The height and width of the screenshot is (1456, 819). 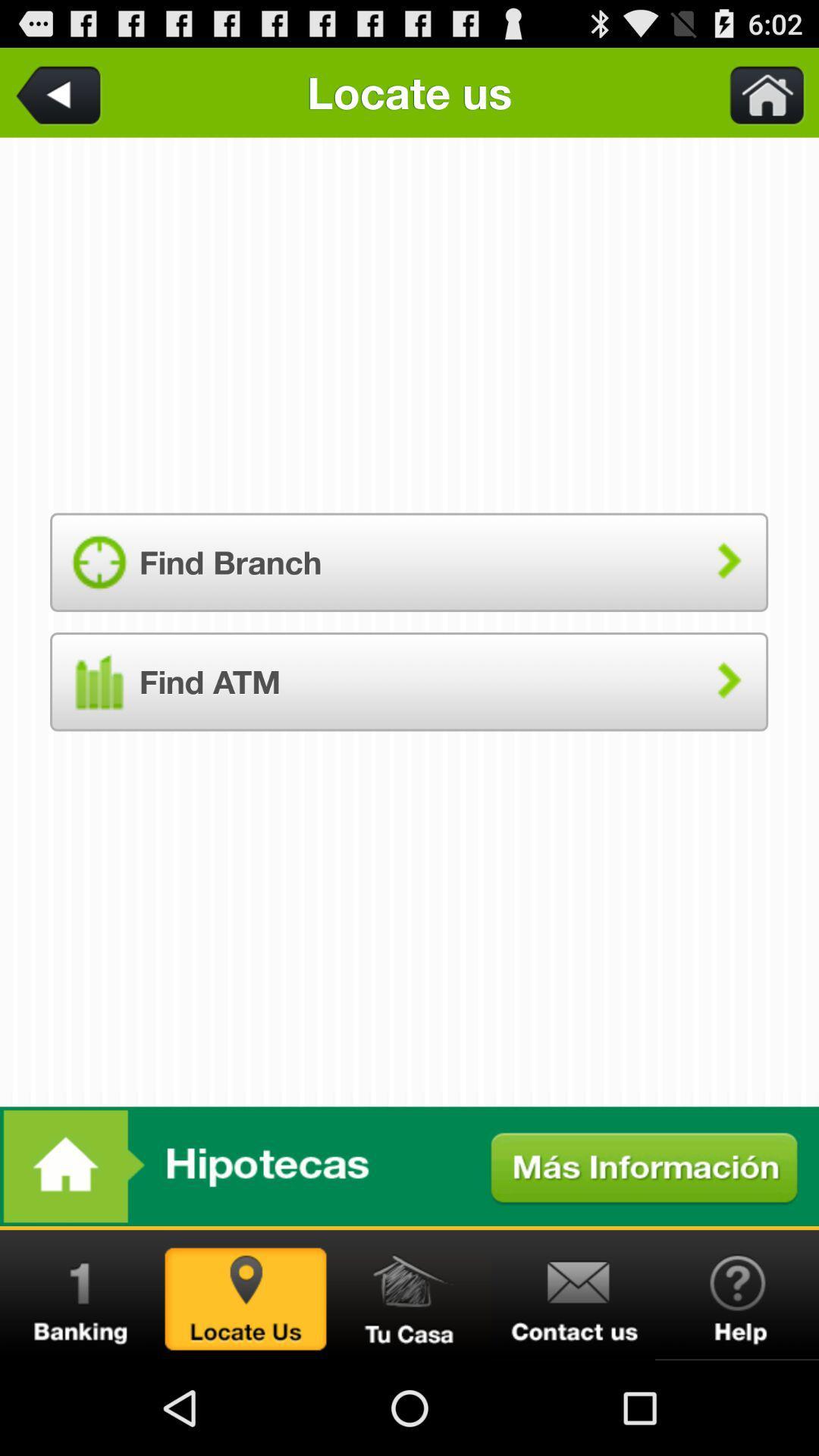 What do you see at coordinates (409, 1294) in the screenshot?
I see `home` at bounding box center [409, 1294].